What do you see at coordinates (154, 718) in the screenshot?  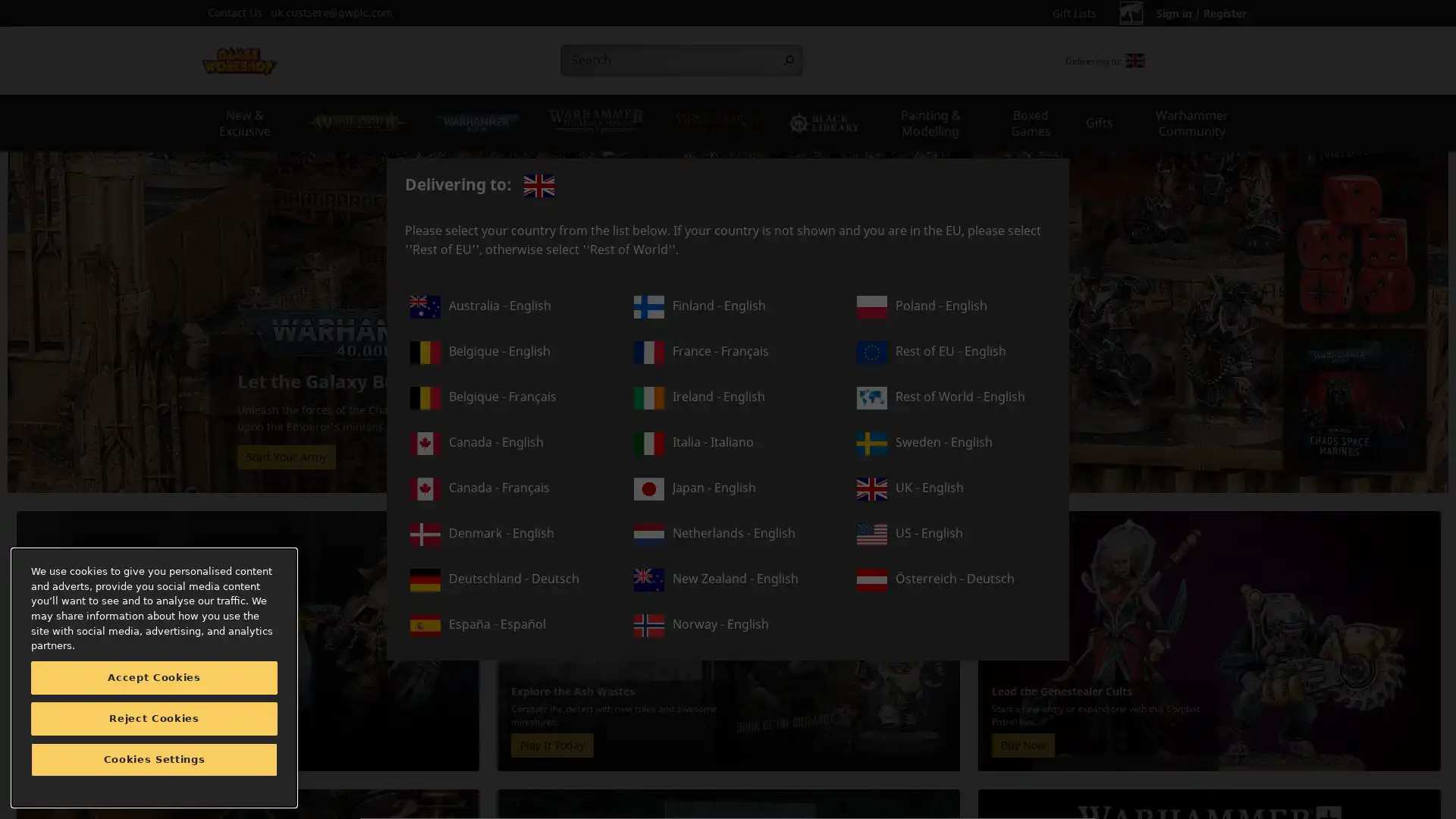 I see `Reject Cookies` at bounding box center [154, 718].